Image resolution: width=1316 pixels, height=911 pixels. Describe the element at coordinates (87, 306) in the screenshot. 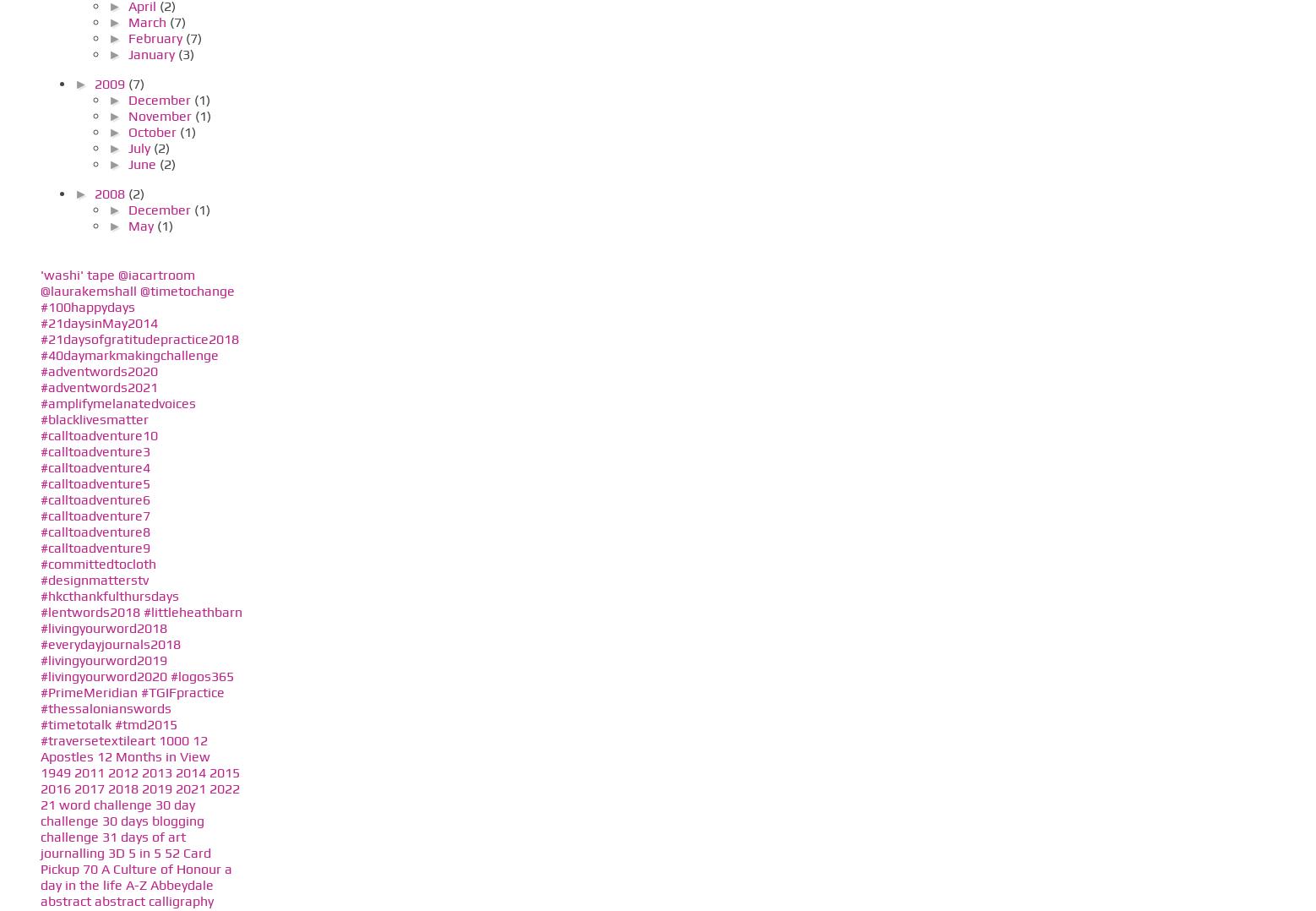

I see `'#100happydays'` at that location.